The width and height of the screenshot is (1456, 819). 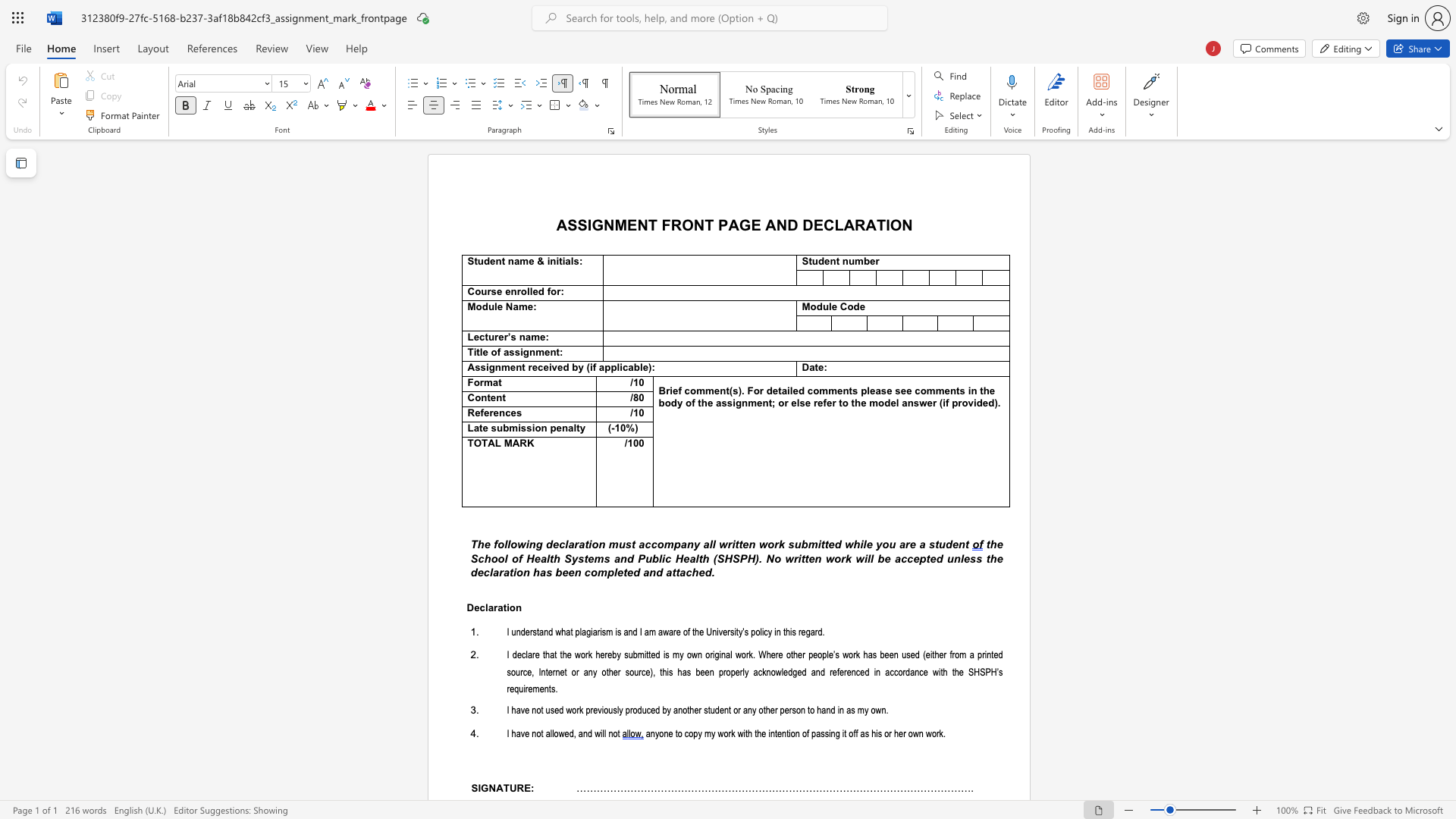 What do you see at coordinates (573, 428) in the screenshot?
I see `the subset text "lty" within the text "Late submission penalty"` at bounding box center [573, 428].